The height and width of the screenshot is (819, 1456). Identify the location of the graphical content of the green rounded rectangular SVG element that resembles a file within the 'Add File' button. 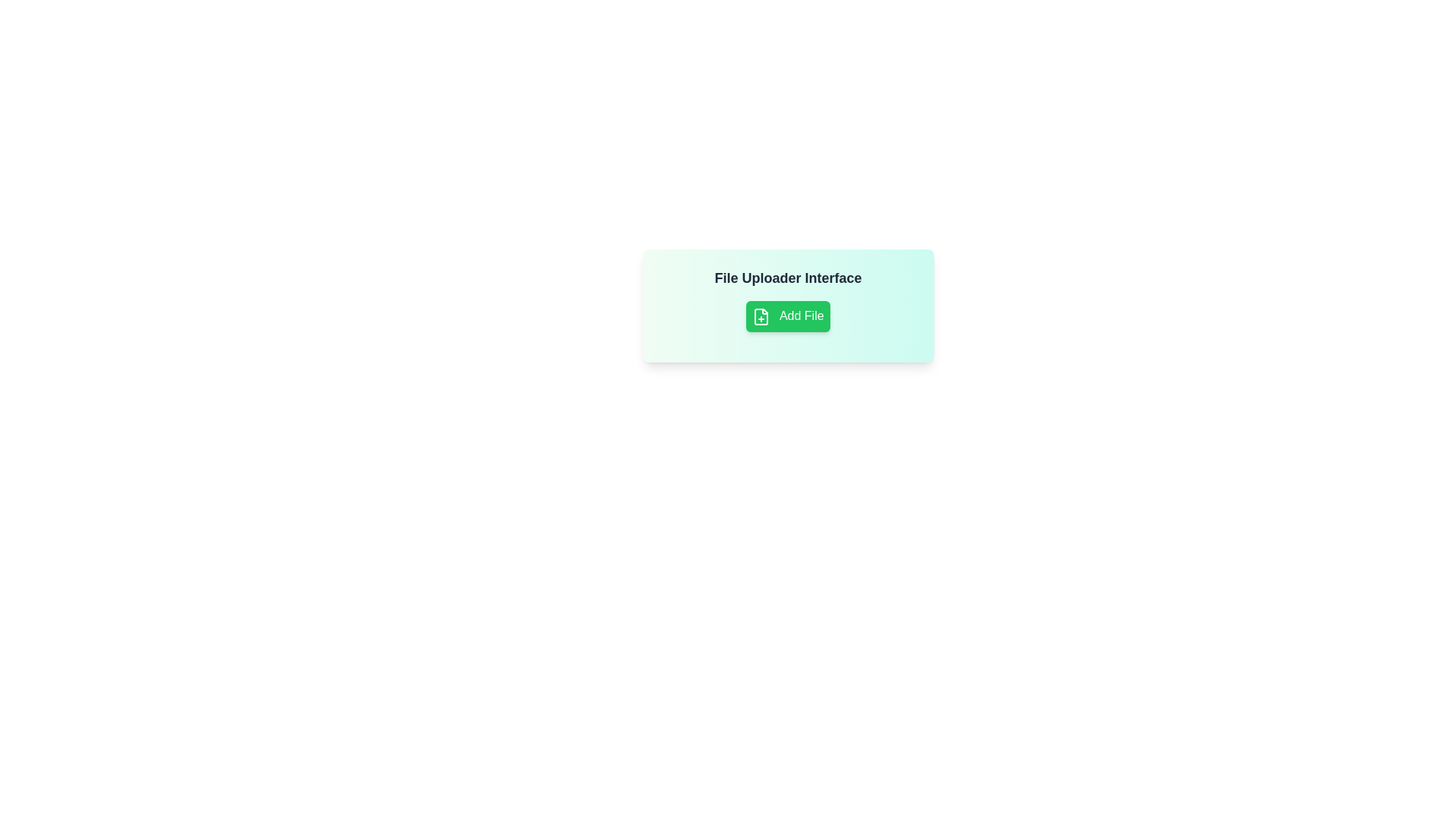
(761, 315).